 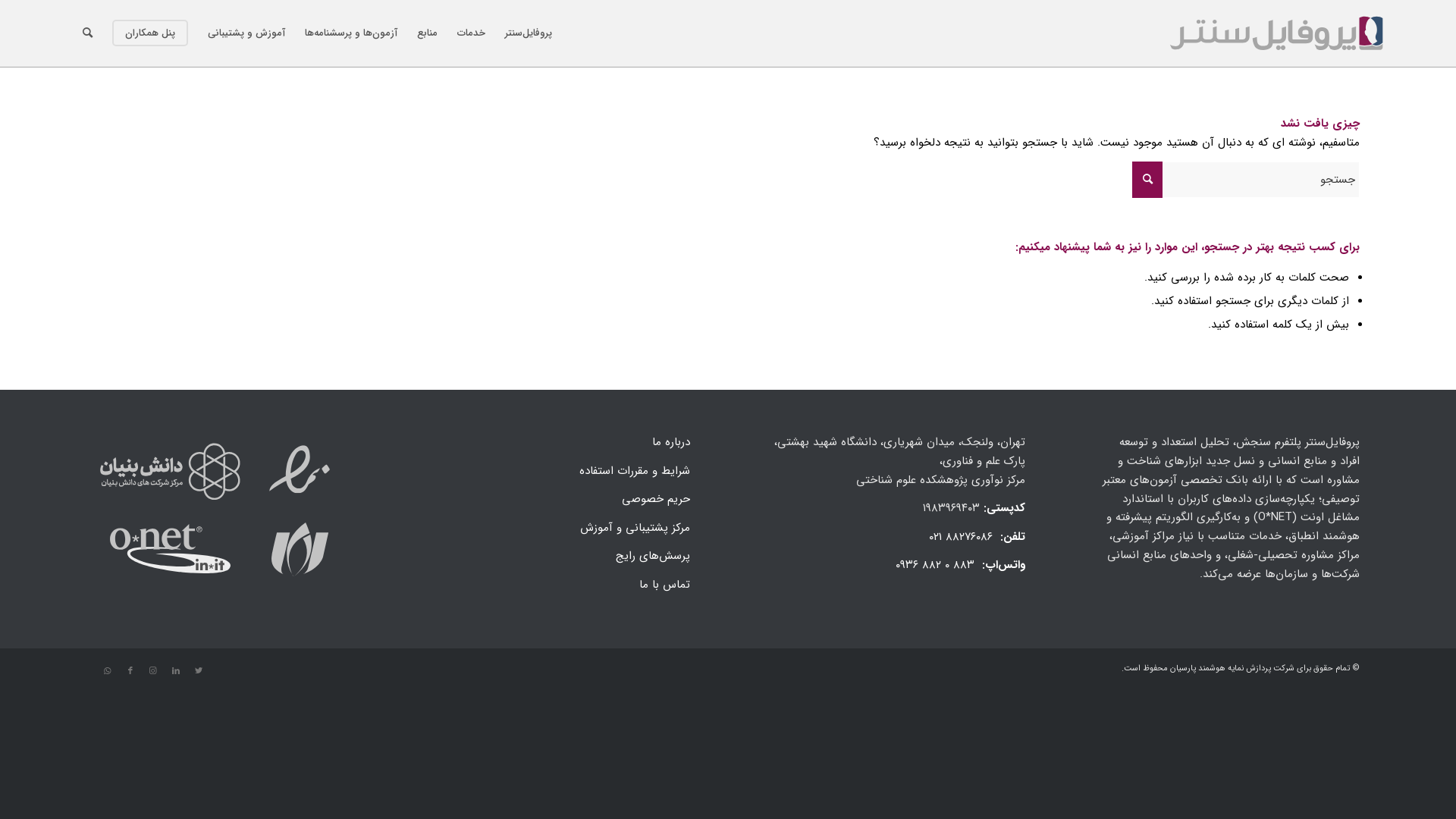 What do you see at coordinates (107, 670) in the screenshot?
I see `'WhatsApp'` at bounding box center [107, 670].